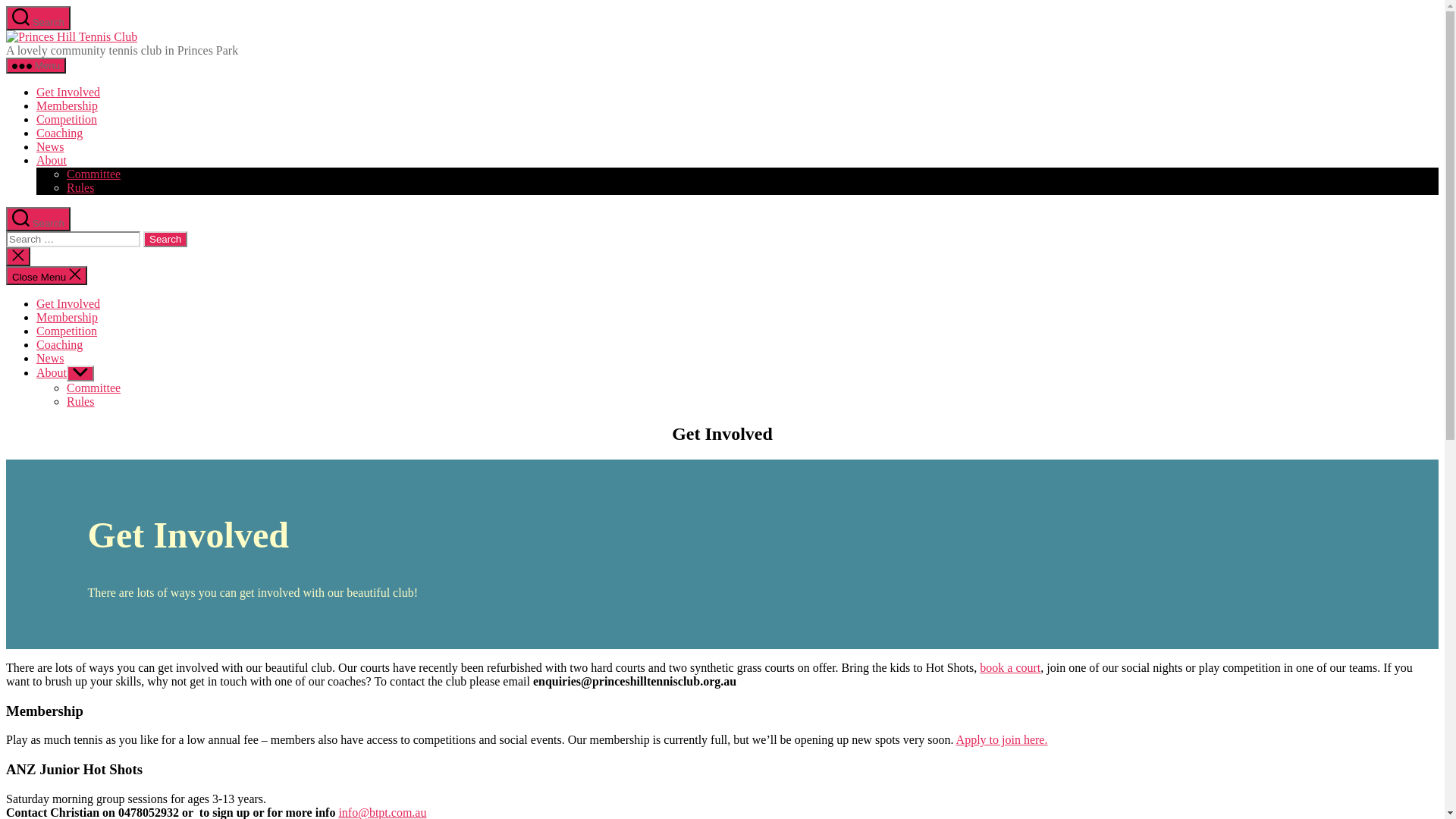 The height and width of the screenshot is (819, 1456). What do you see at coordinates (38, 17) in the screenshot?
I see `'Search'` at bounding box center [38, 17].